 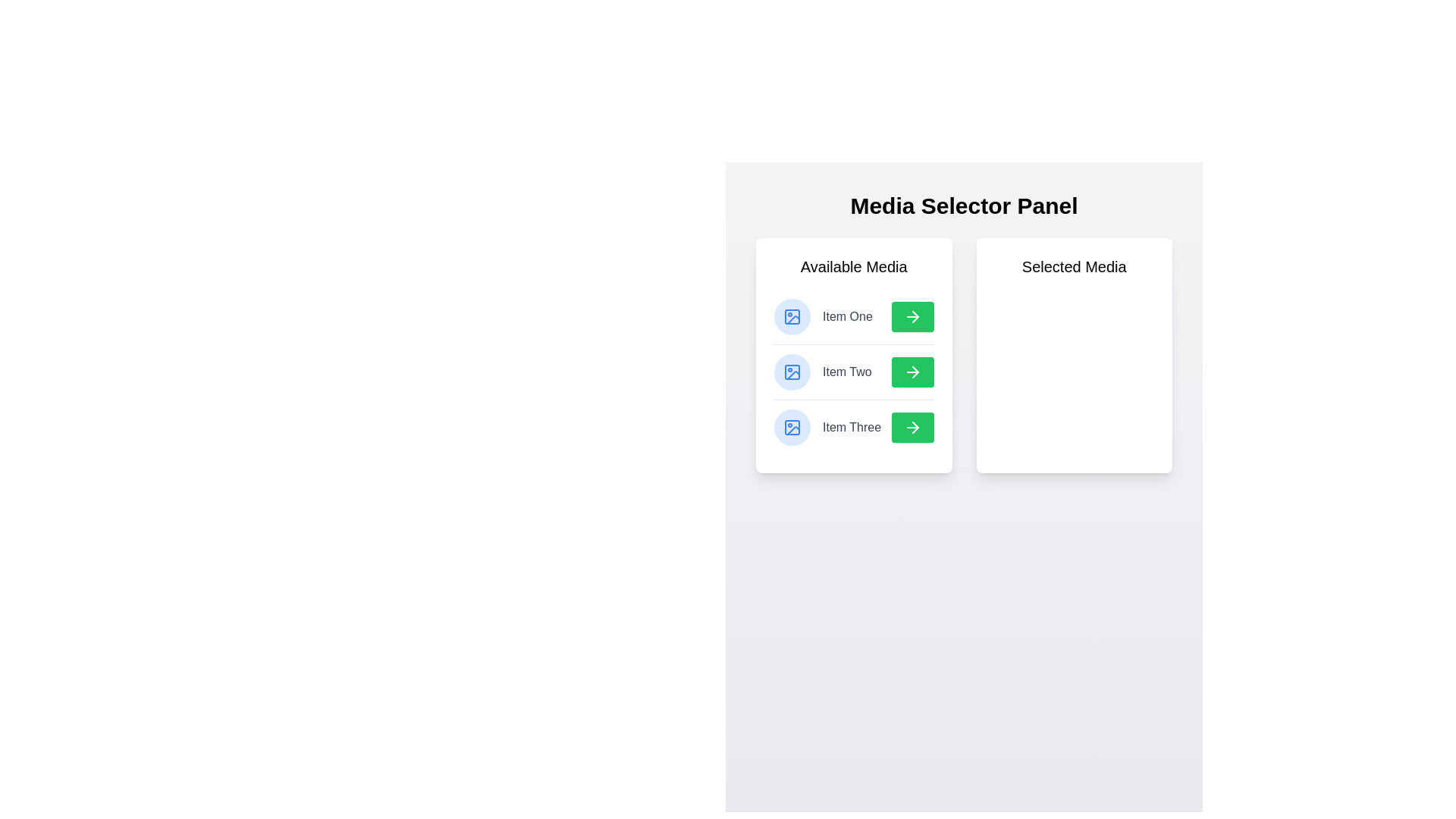 What do you see at coordinates (912, 427) in the screenshot?
I see `the green rectangular button with a white right arrow inside, located in the 'Available Media' panel under 'Item Three'` at bounding box center [912, 427].